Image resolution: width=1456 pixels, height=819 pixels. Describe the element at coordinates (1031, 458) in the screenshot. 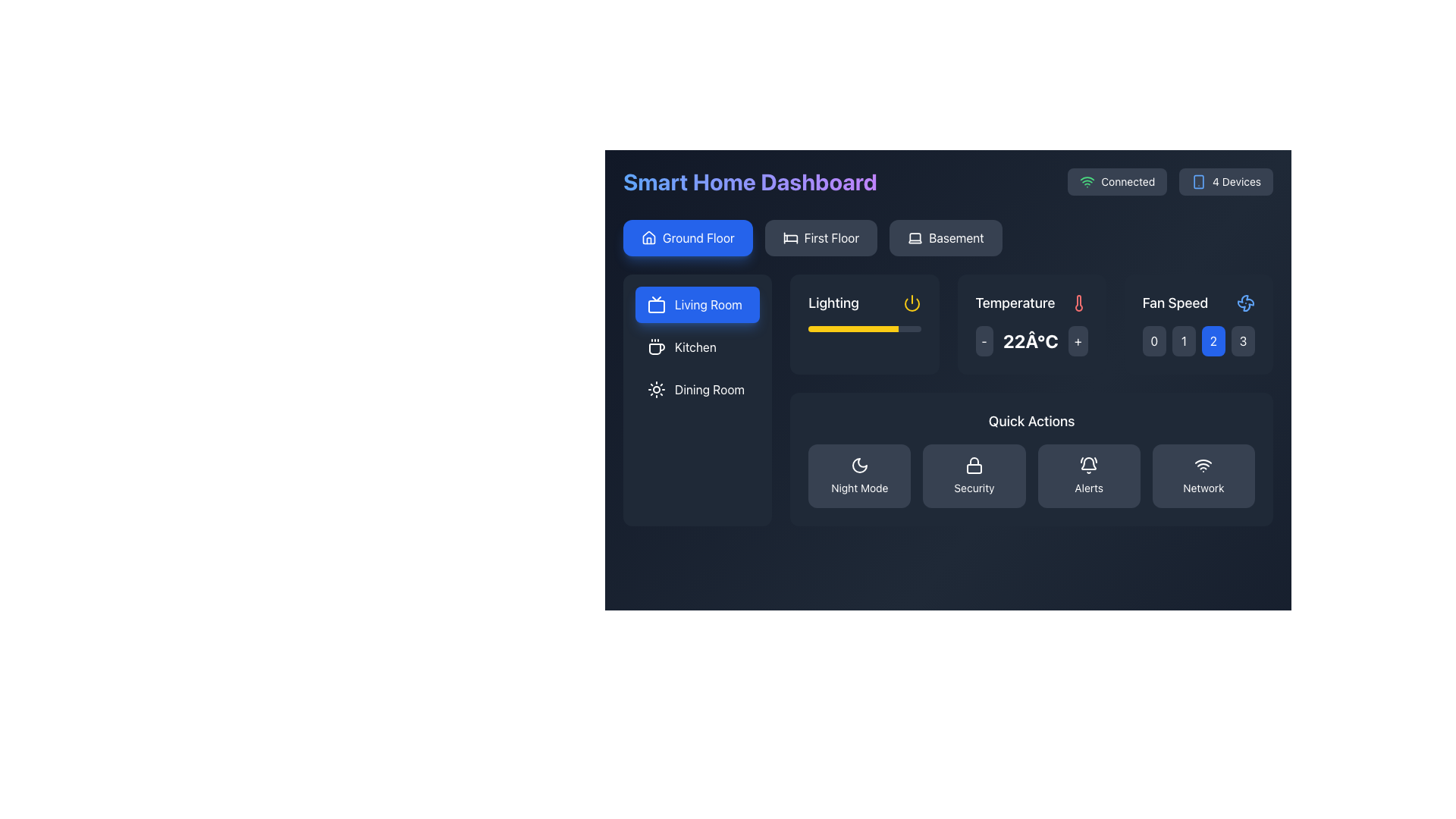

I see `the 'Quick Actions' panel which has a dark gray background and contains interactive items for 'Night Mode', 'Security', 'Alerts', and 'Network'` at that location.